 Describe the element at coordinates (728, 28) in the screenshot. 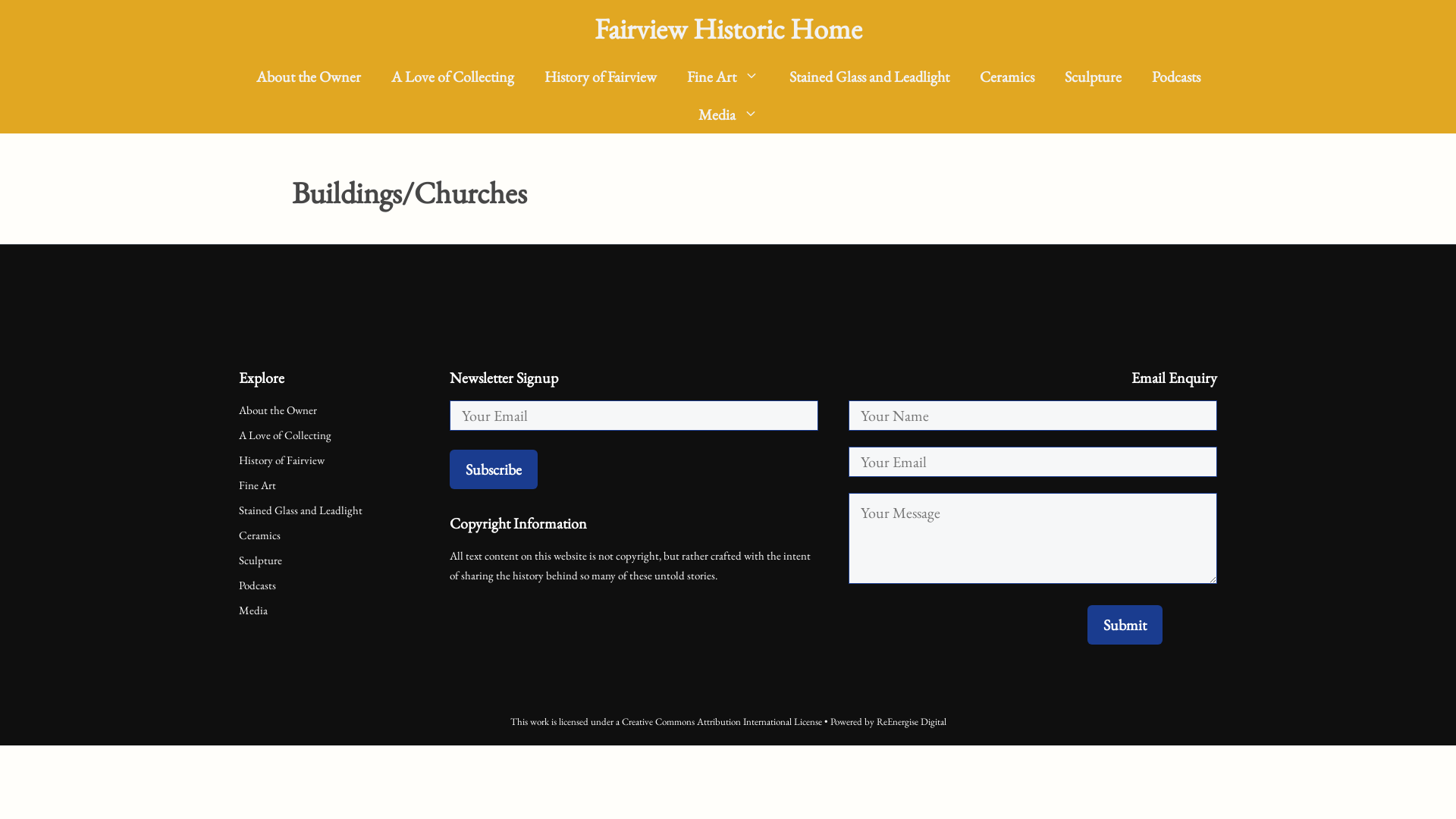

I see `'Fairview Historic Home'` at that location.